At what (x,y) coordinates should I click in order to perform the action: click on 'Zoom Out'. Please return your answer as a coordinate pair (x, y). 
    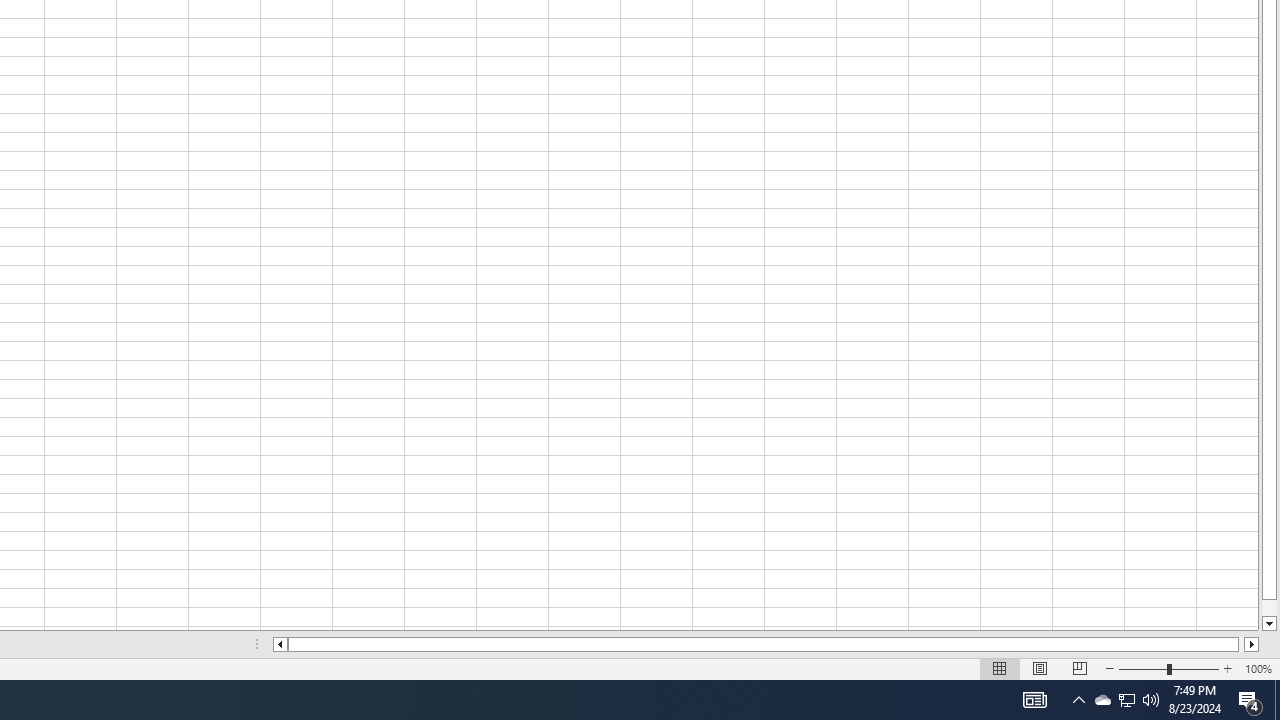
    Looking at the image, I should click on (1143, 669).